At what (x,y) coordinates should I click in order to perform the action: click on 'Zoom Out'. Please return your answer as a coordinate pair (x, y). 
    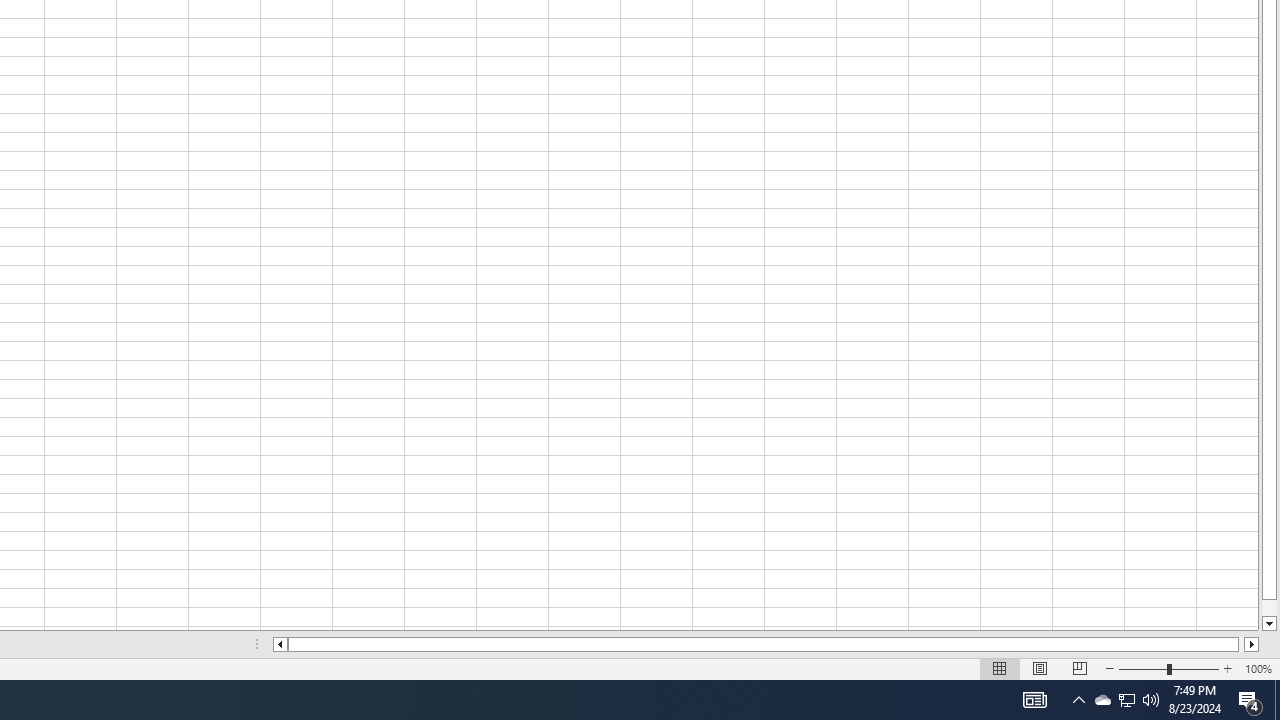
    Looking at the image, I should click on (1143, 669).